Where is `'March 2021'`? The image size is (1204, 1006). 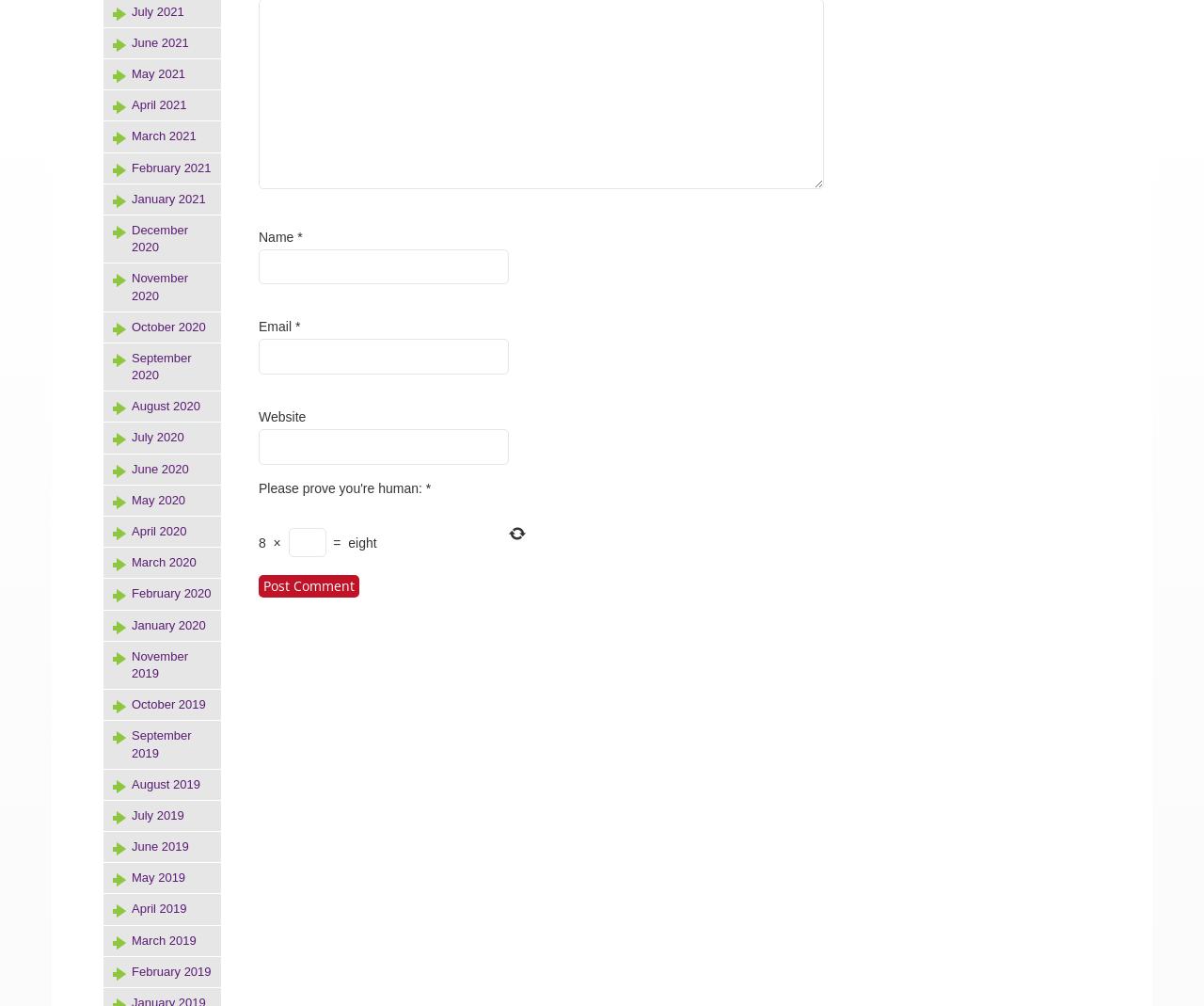
'March 2021' is located at coordinates (163, 136).